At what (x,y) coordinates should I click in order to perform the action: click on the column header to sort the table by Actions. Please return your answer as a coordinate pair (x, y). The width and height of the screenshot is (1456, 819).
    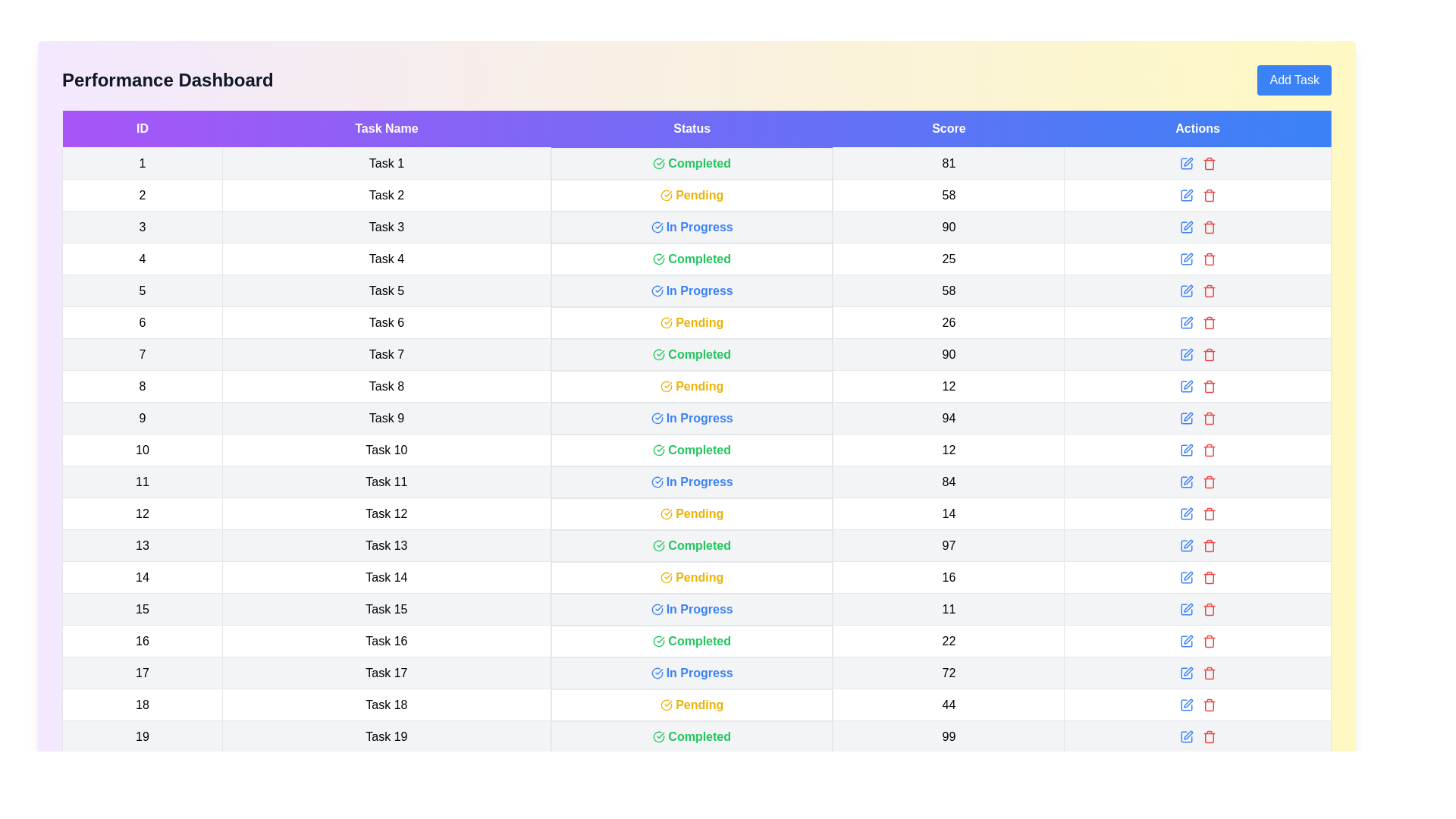
    Looking at the image, I should click on (1197, 128).